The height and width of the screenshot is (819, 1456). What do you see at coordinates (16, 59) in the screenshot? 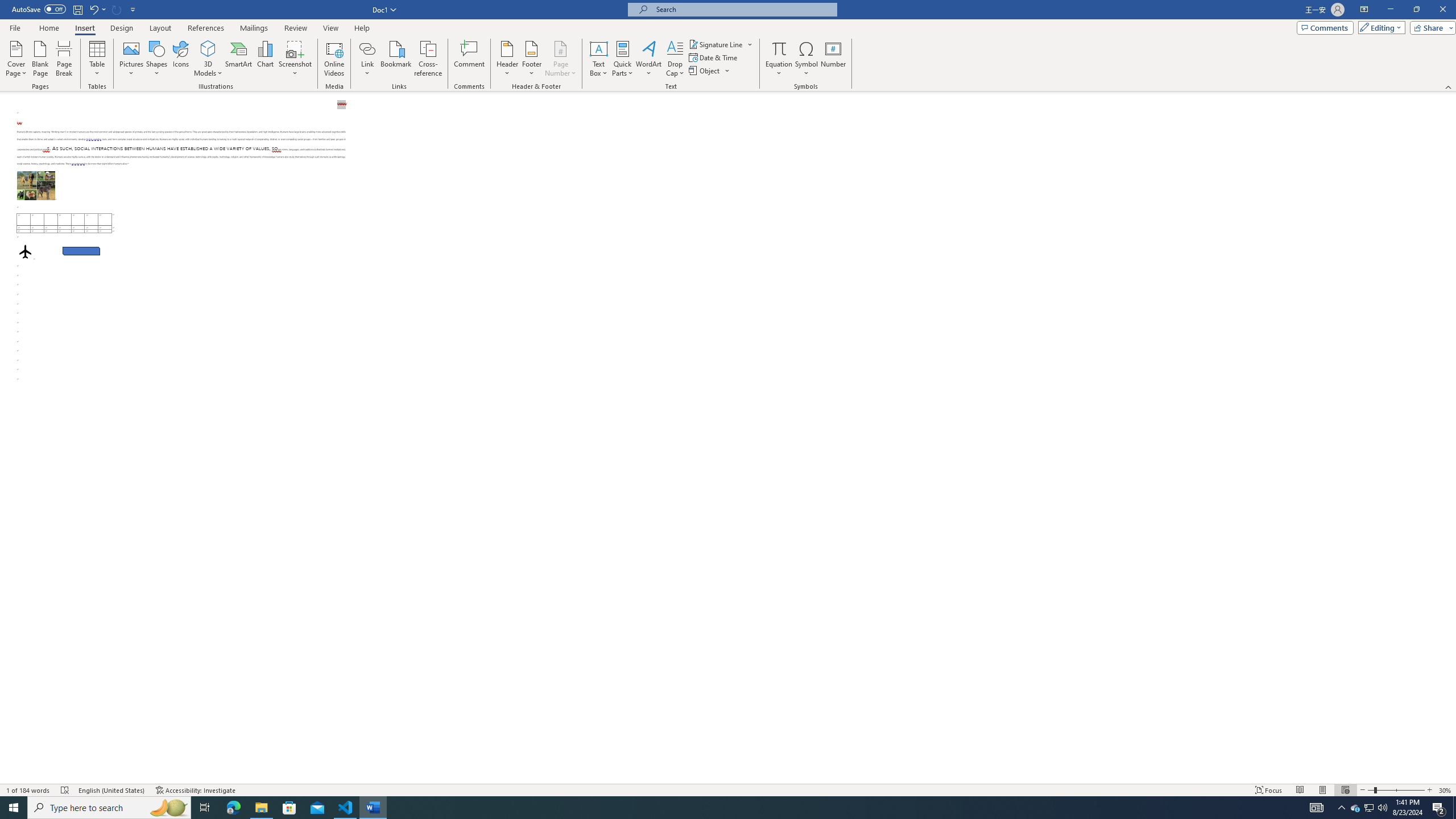
I see `'Cover Page'` at bounding box center [16, 59].